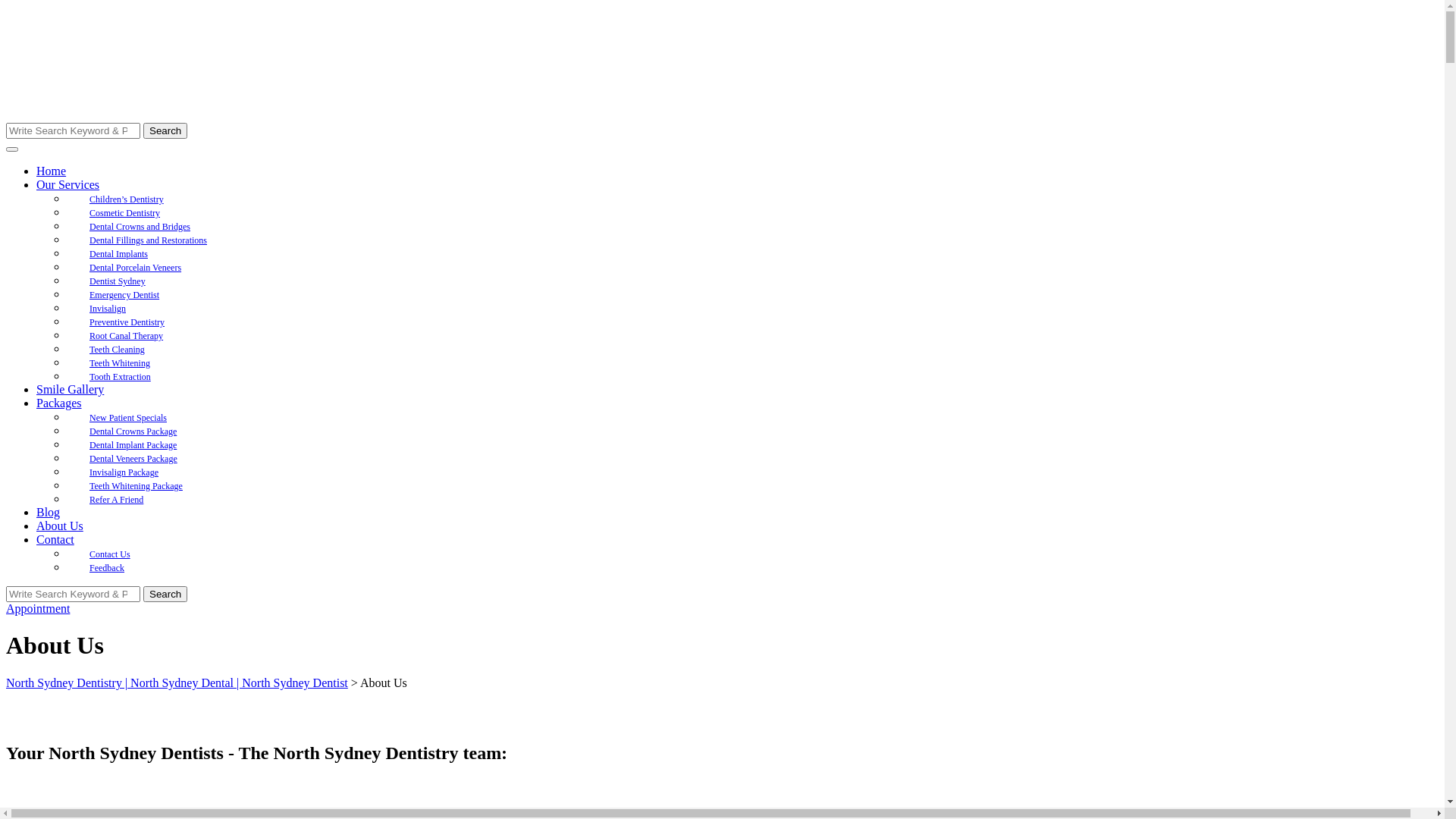 The height and width of the screenshot is (819, 1456). I want to click on 'Teeth Whitening', so click(119, 362).